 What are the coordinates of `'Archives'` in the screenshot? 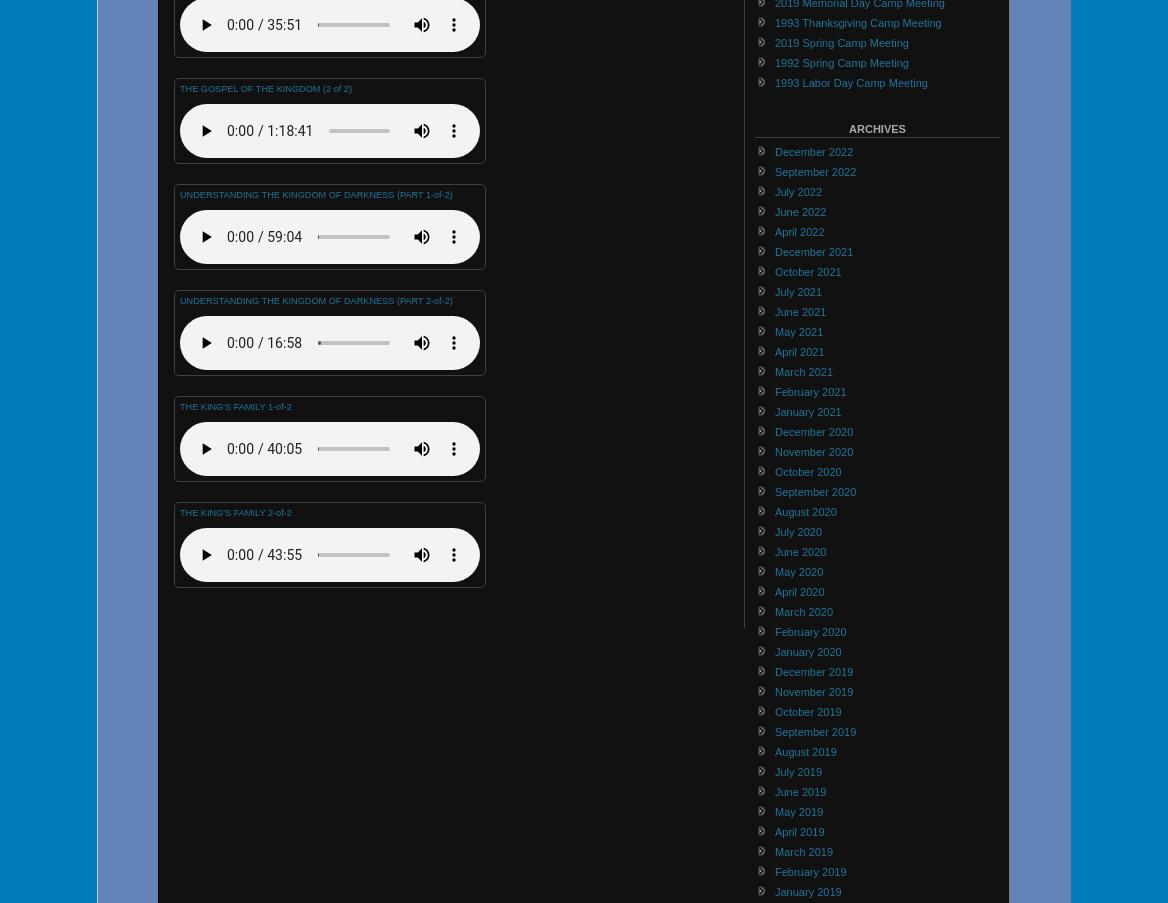 It's located at (848, 127).